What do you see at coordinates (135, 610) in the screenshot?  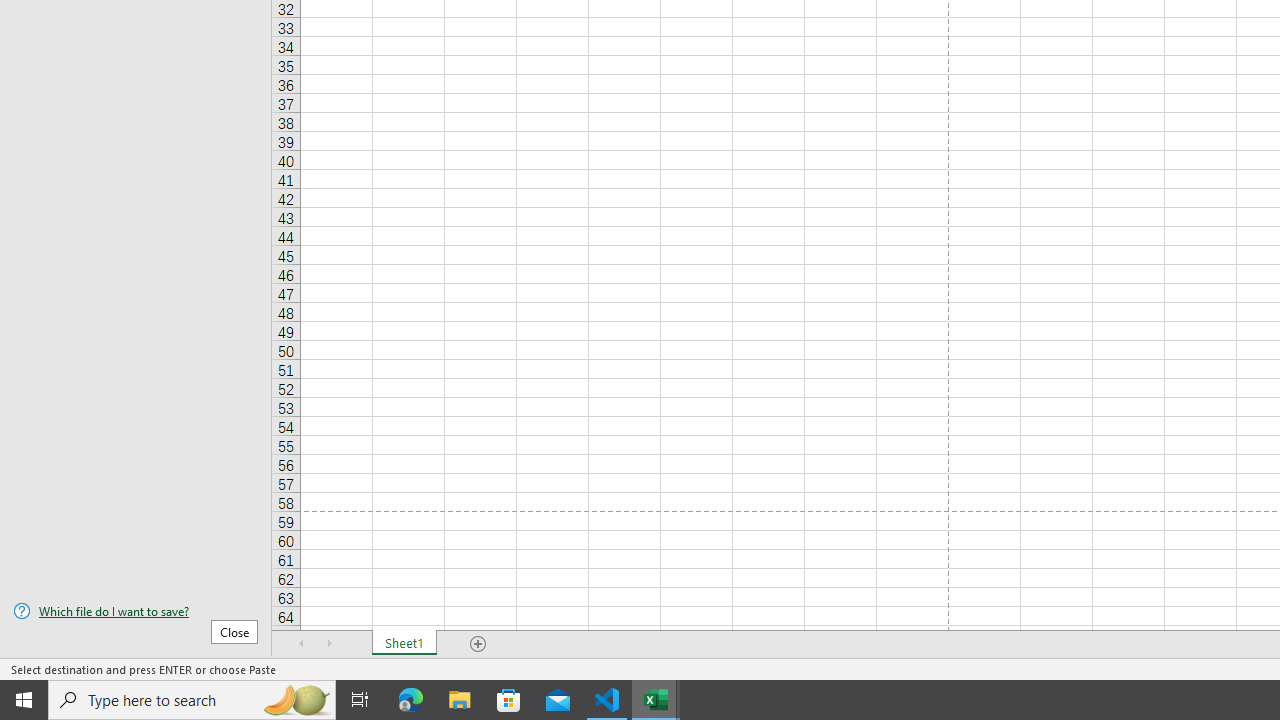 I see `'Which file do I want to save?'` at bounding box center [135, 610].